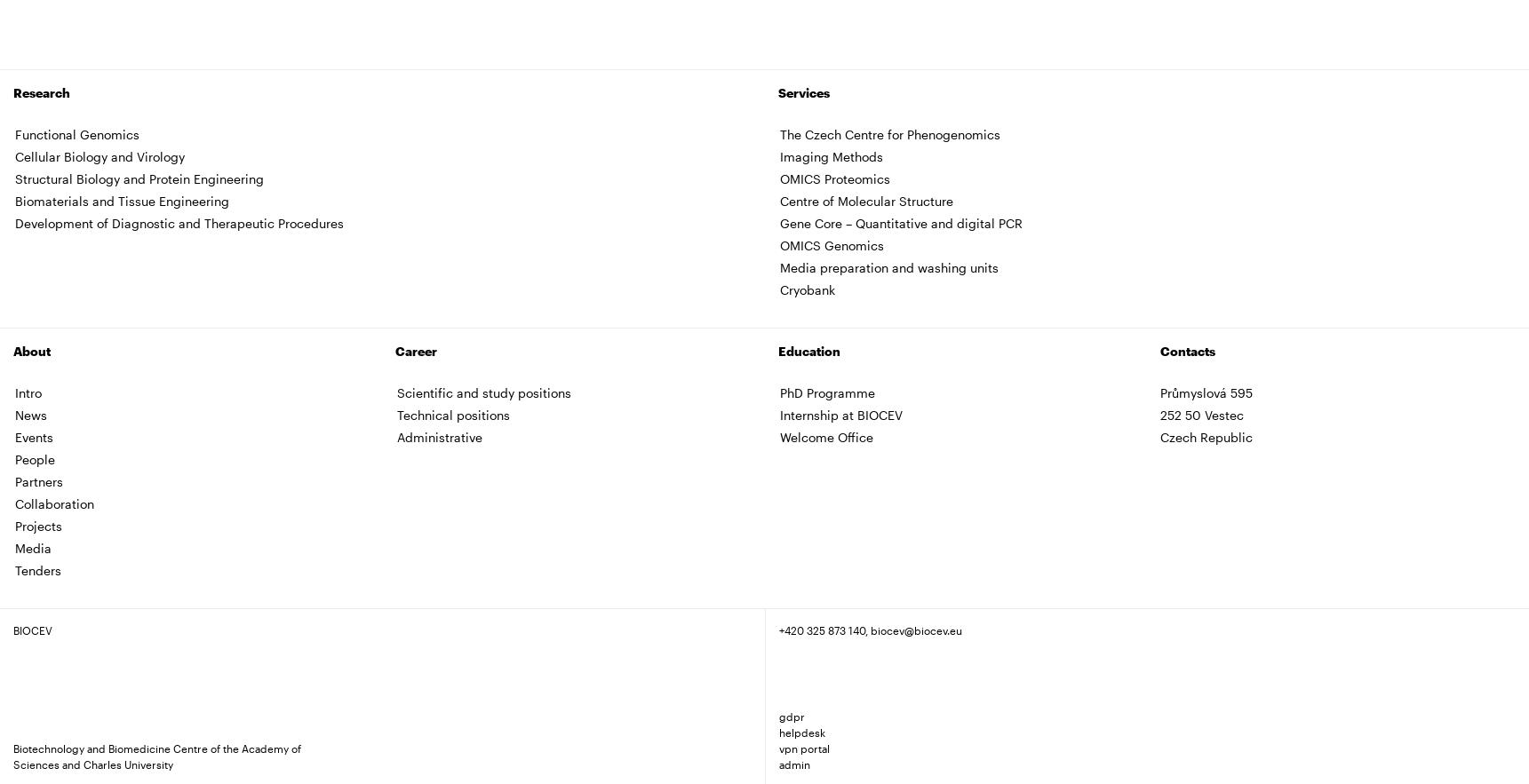 This screenshot has width=1529, height=784. I want to click on '+420 325 873 140', so click(821, 629).